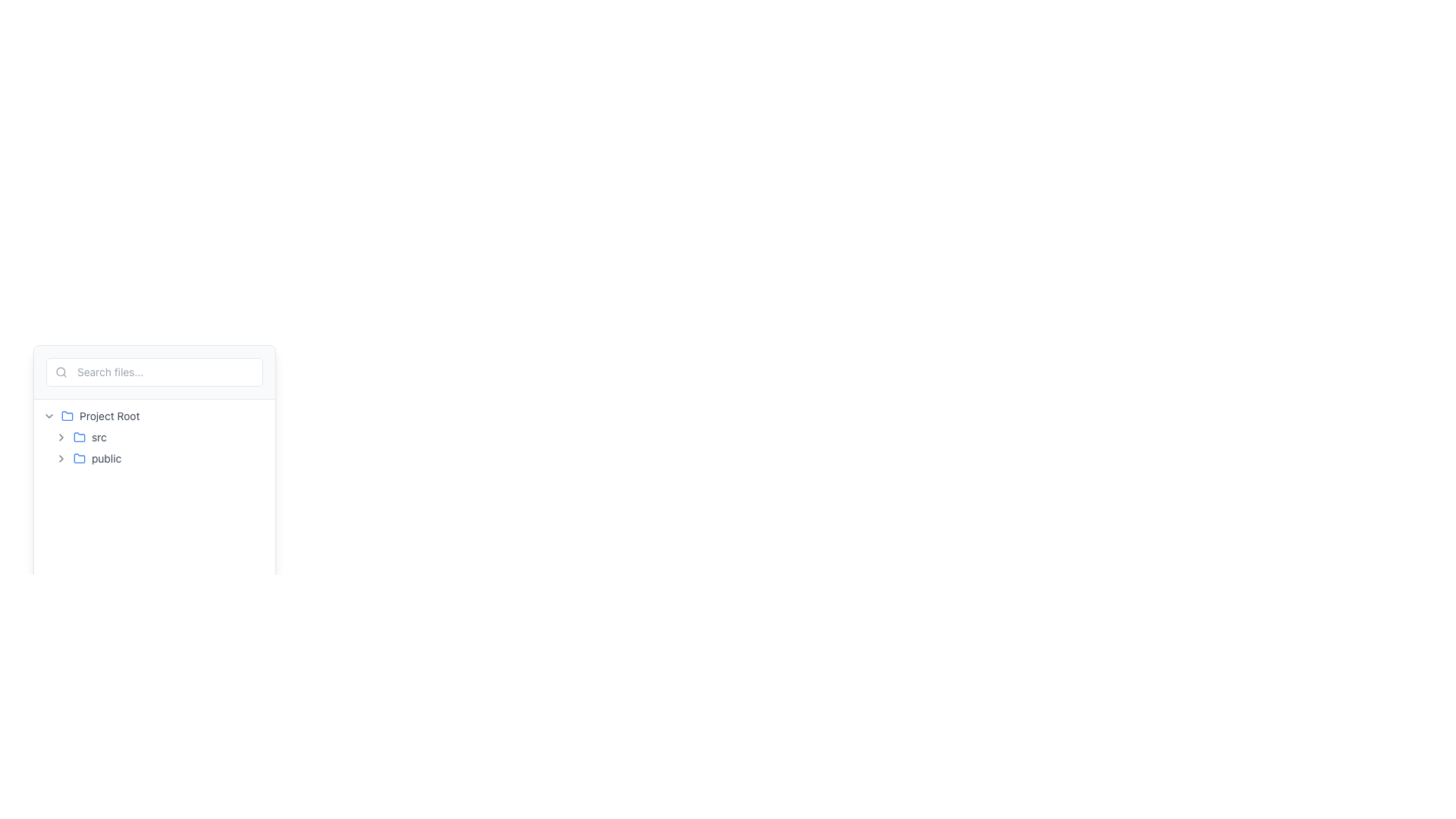  I want to click on the Toggle Icon located to the left of the 'Project Root' text, so click(49, 416).